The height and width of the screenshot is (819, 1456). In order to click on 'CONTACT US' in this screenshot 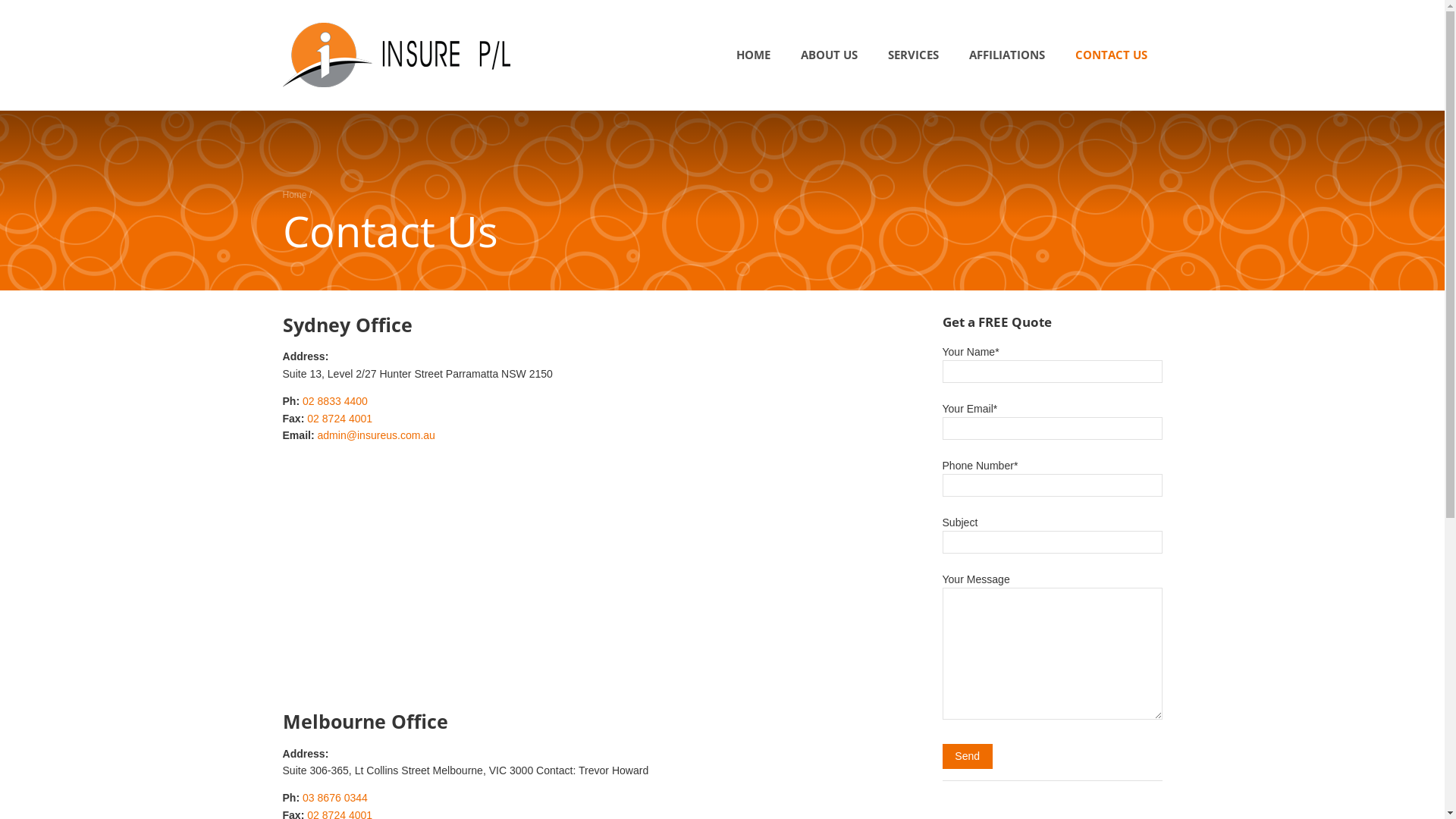, I will do `click(1111, 54)`.